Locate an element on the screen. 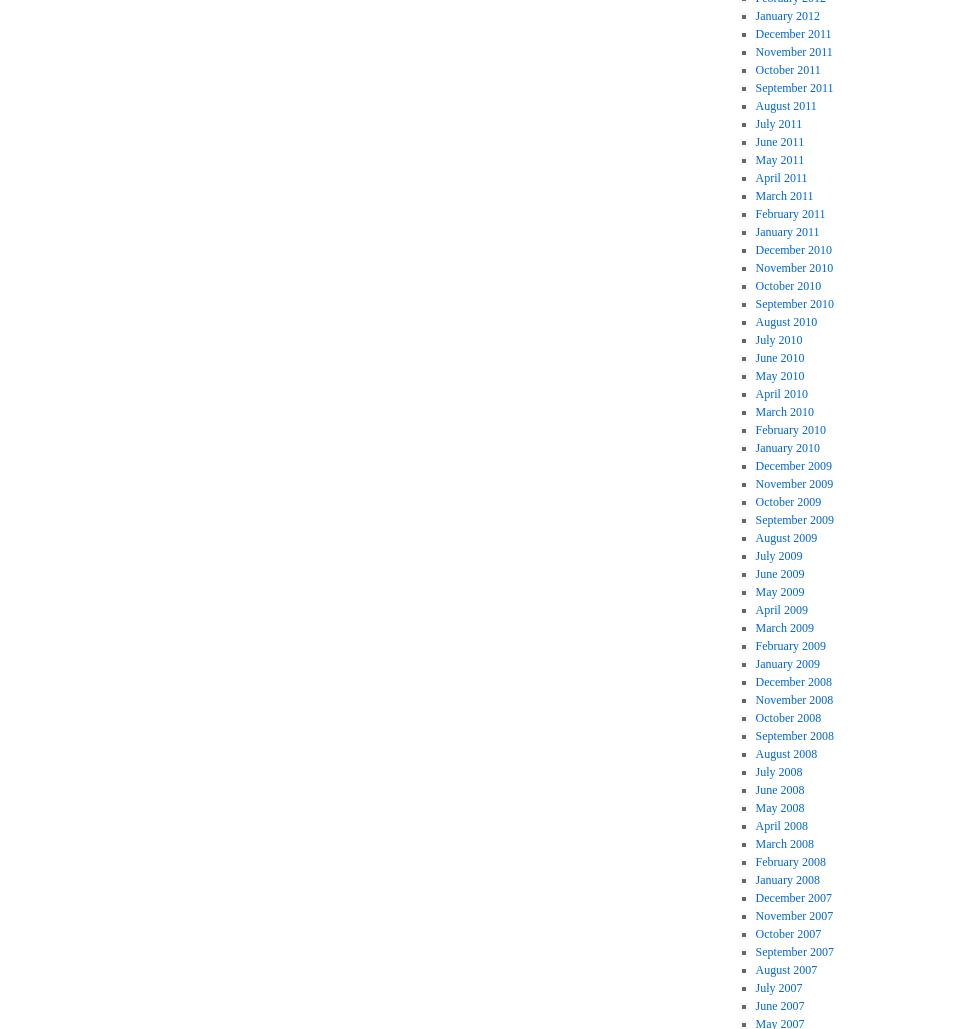 The width and height of the screenshot is (980, 1029). 'March 2010' is located at coordinates (784, 411).